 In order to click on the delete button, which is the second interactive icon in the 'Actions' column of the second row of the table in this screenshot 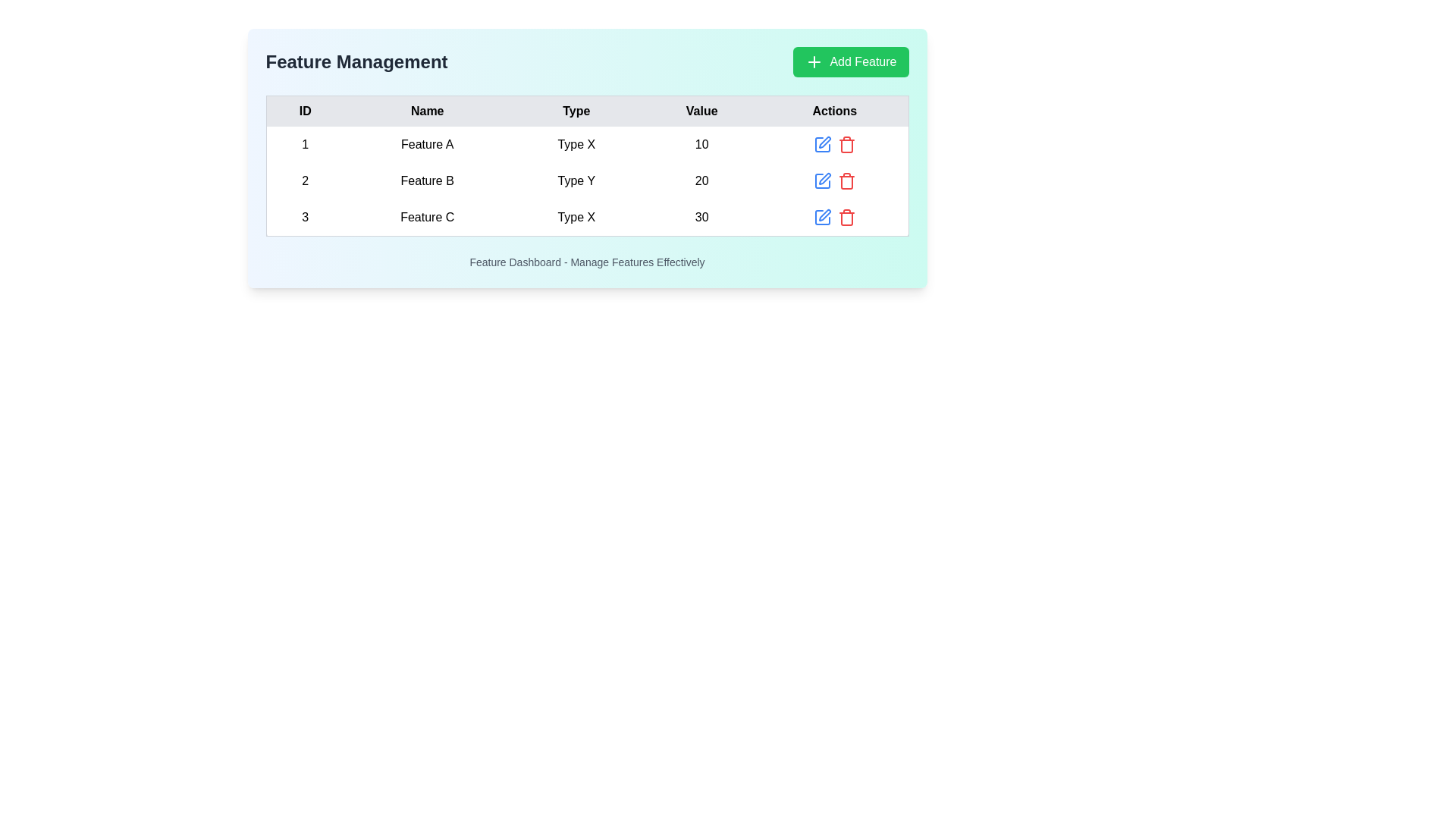, I will do `click(846, 180)`.